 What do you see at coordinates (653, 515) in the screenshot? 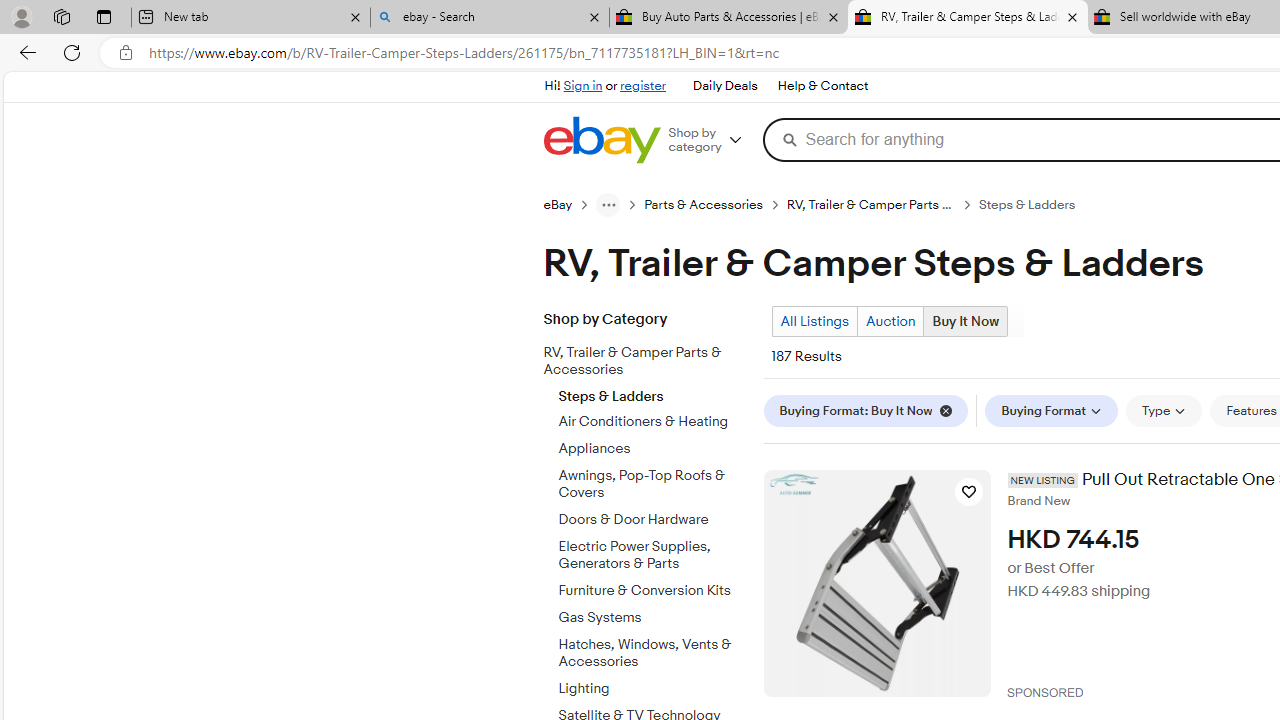
I see `'Doors & Door Hardware'` at bounding box center [653, 515].